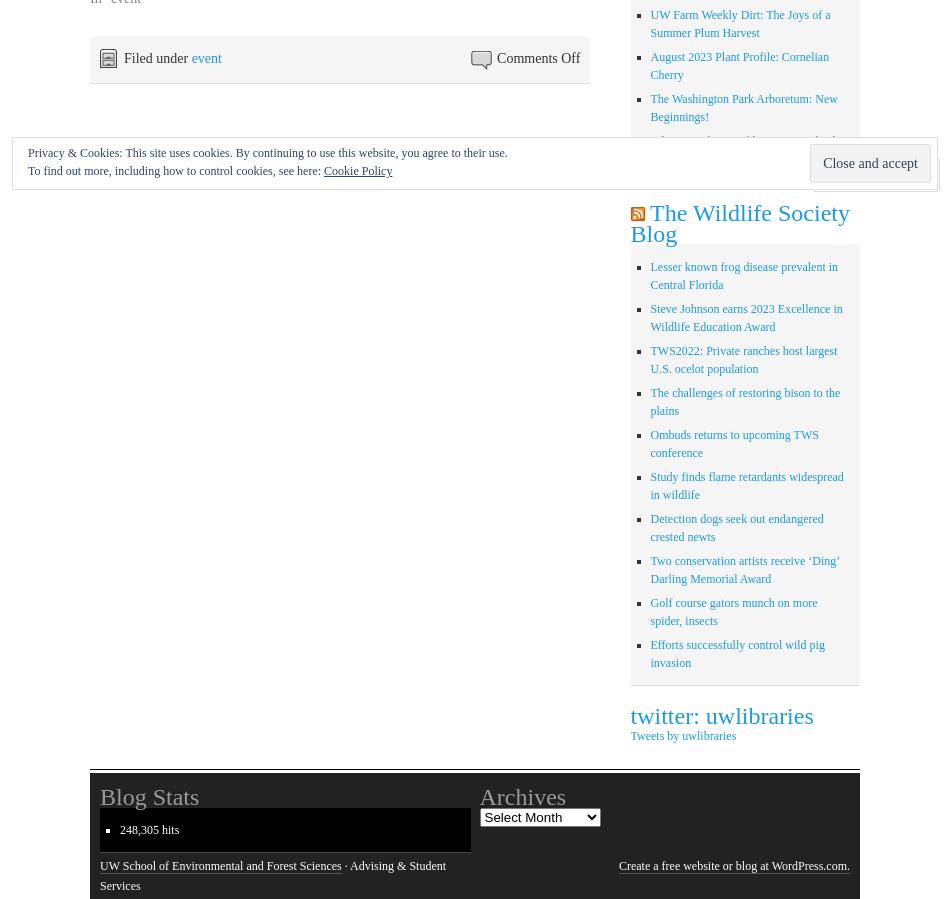 This screenshot has width=950, height=899. Describe the element at coordinates (272, 875) in the screenshot. I see `'· Advising & Student Services'` at that location.